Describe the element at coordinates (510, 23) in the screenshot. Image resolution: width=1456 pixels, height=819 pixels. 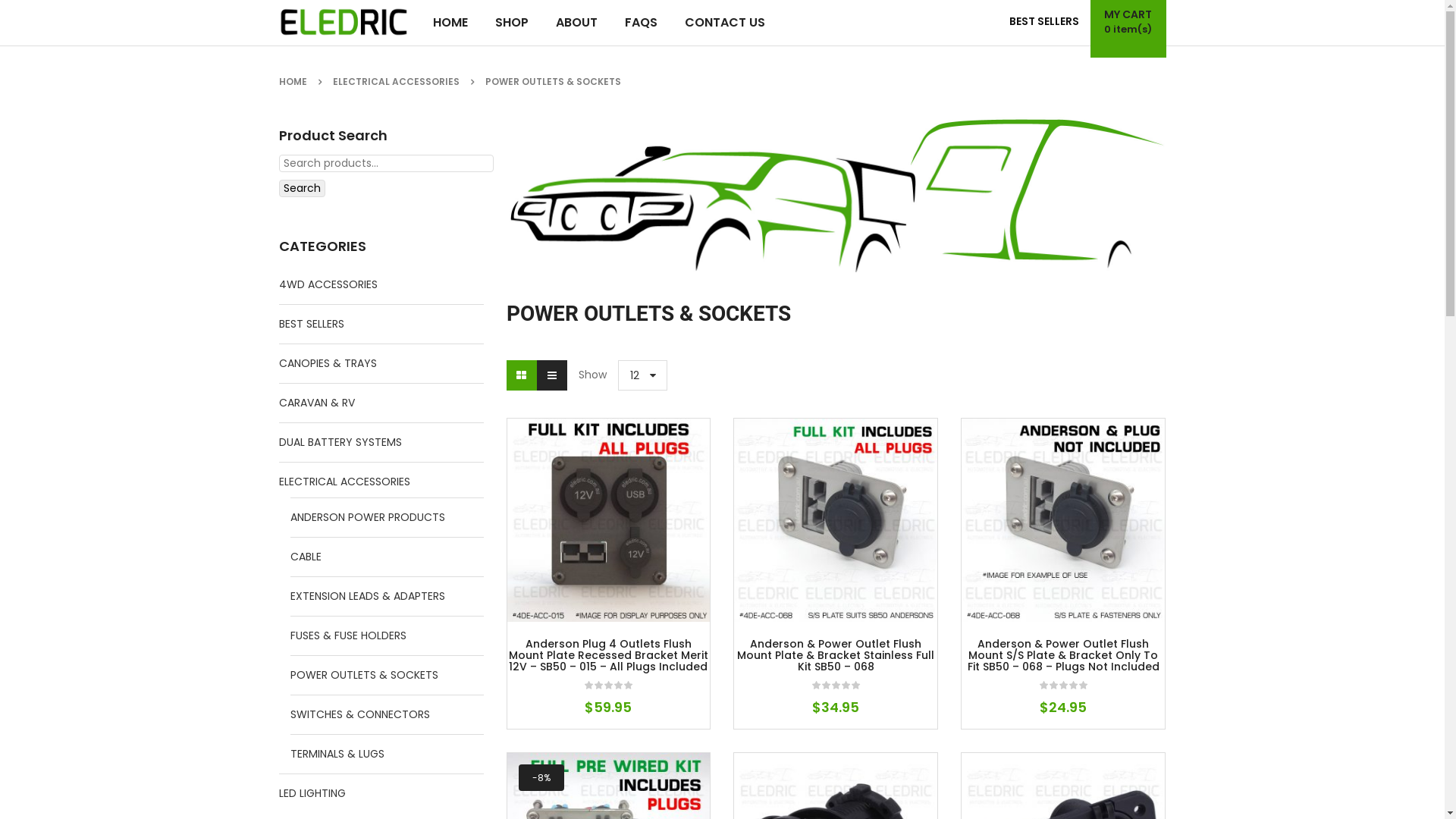
I see `'SHOP'` at that location.